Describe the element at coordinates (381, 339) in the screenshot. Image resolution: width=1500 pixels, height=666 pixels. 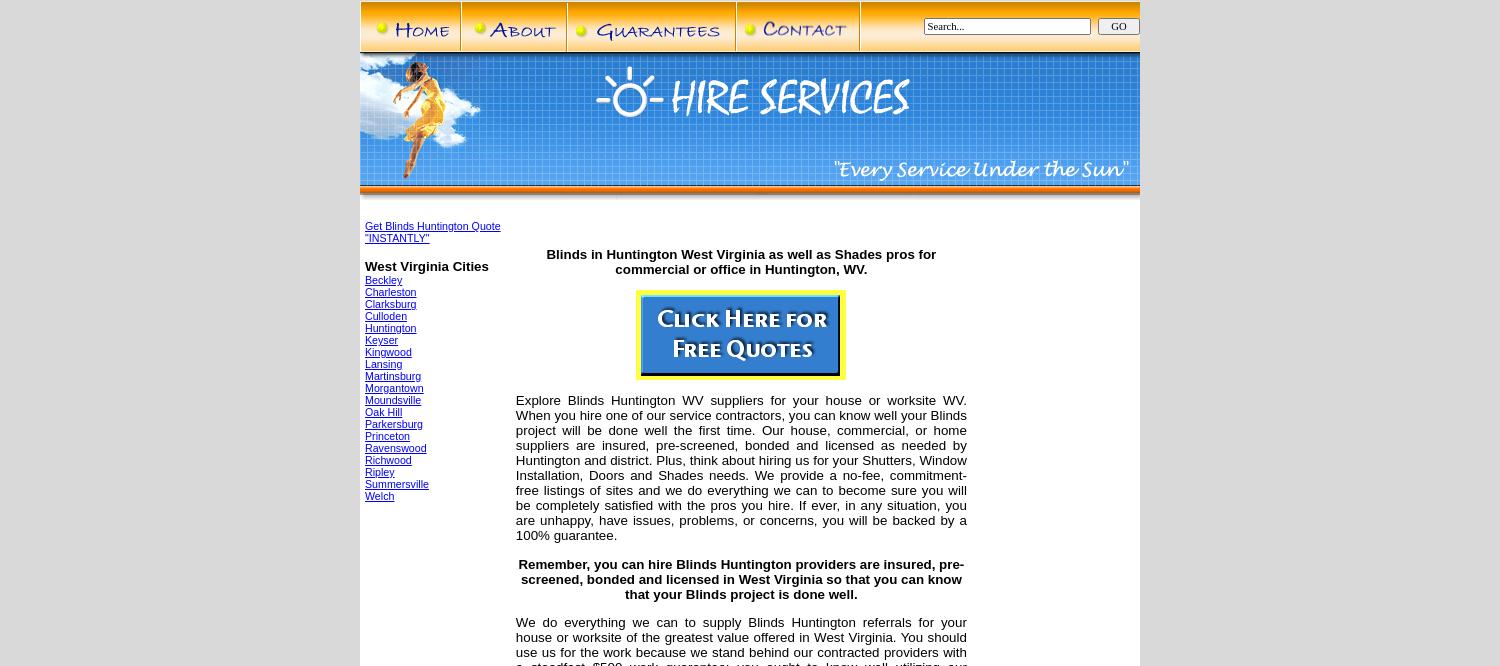
I see `'Keyser'` at that location.